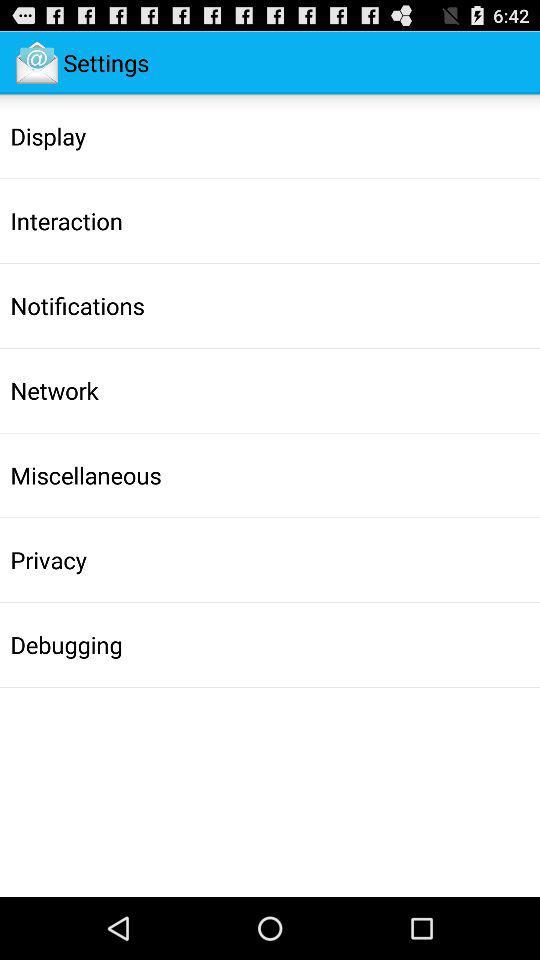  I want to click on the item above privacy icon, so click(85, 475).